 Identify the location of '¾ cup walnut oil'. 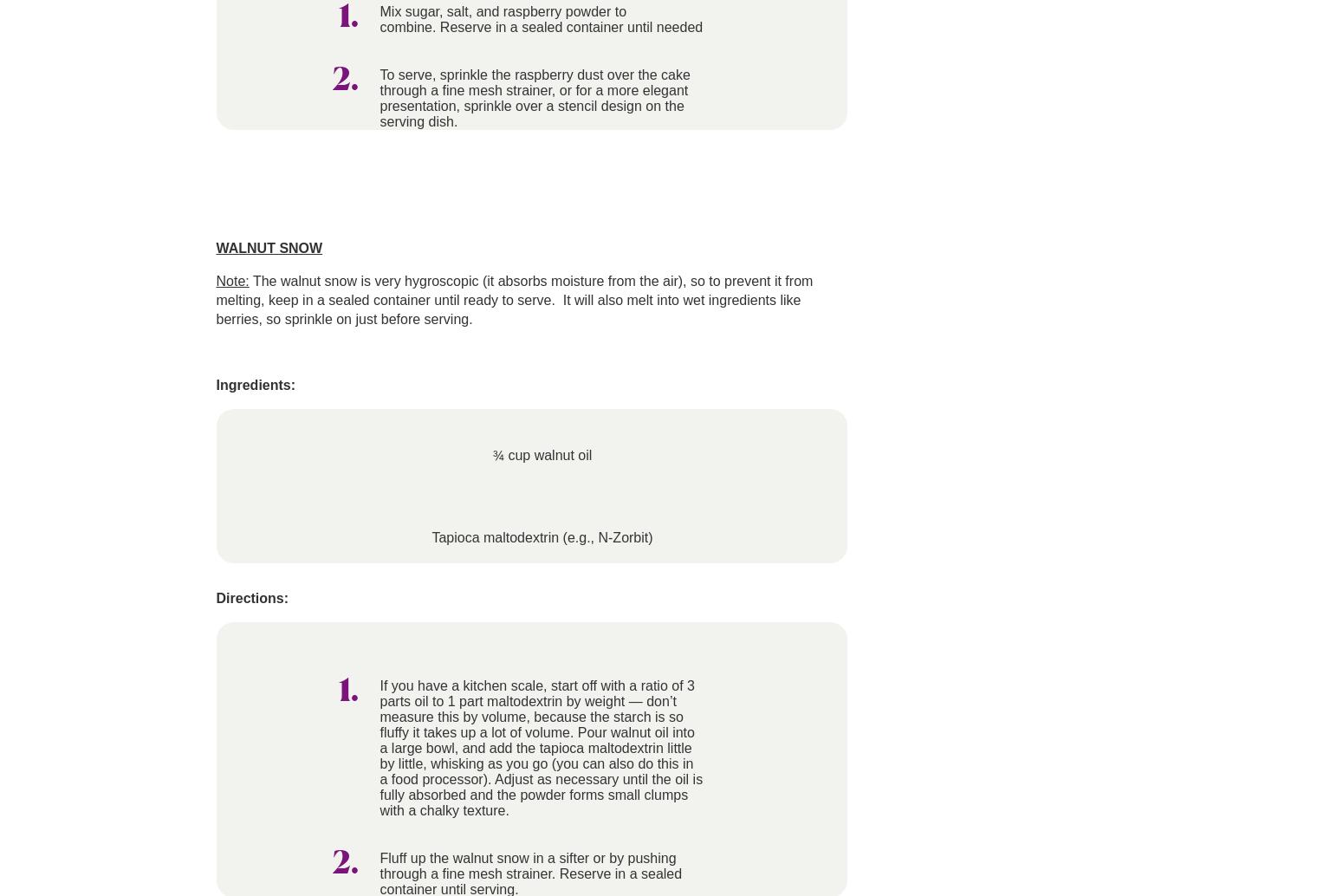
(541, 455).